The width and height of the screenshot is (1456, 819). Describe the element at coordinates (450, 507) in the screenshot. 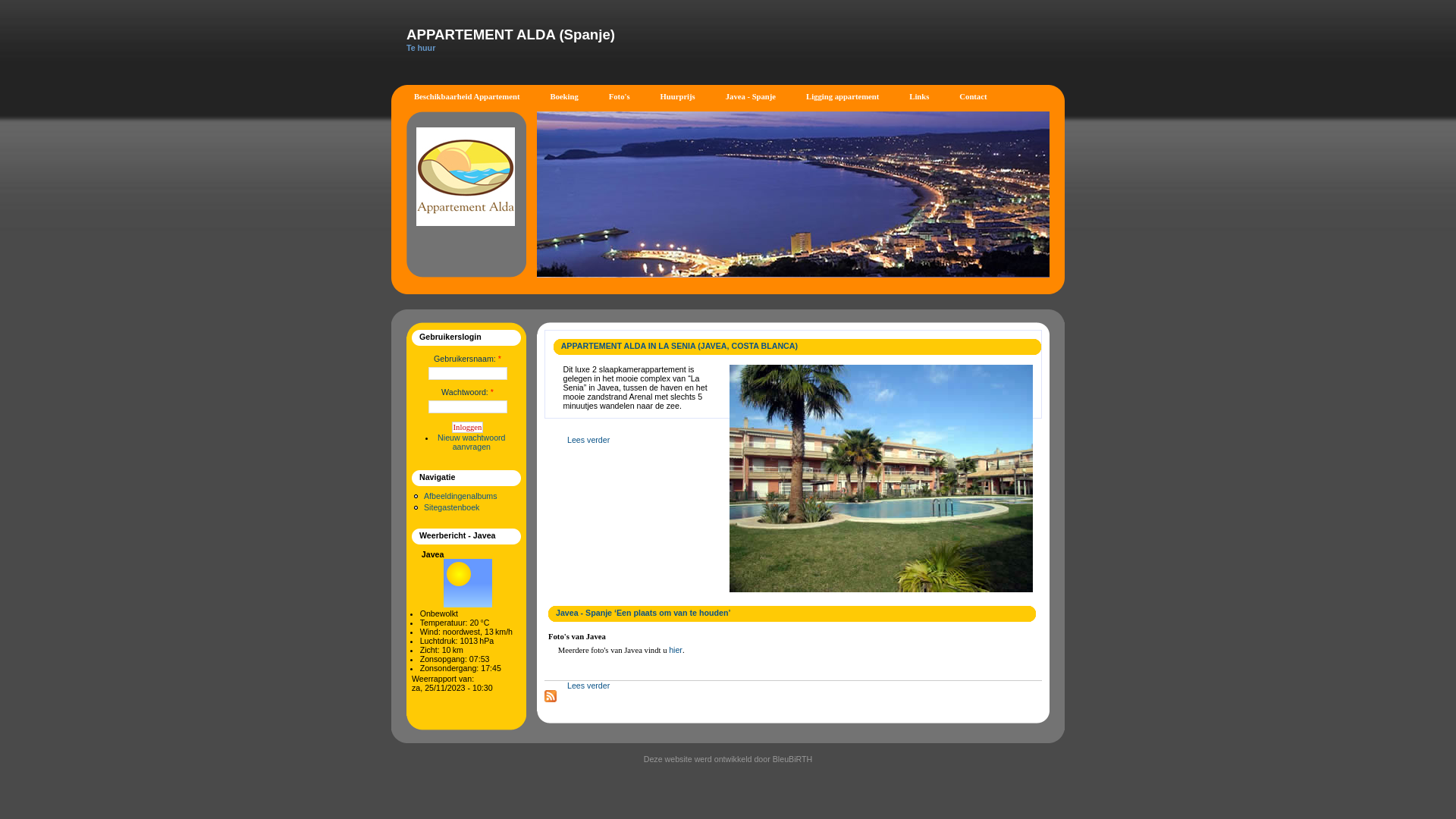

I see `'Sitegastenboek'` at that location.